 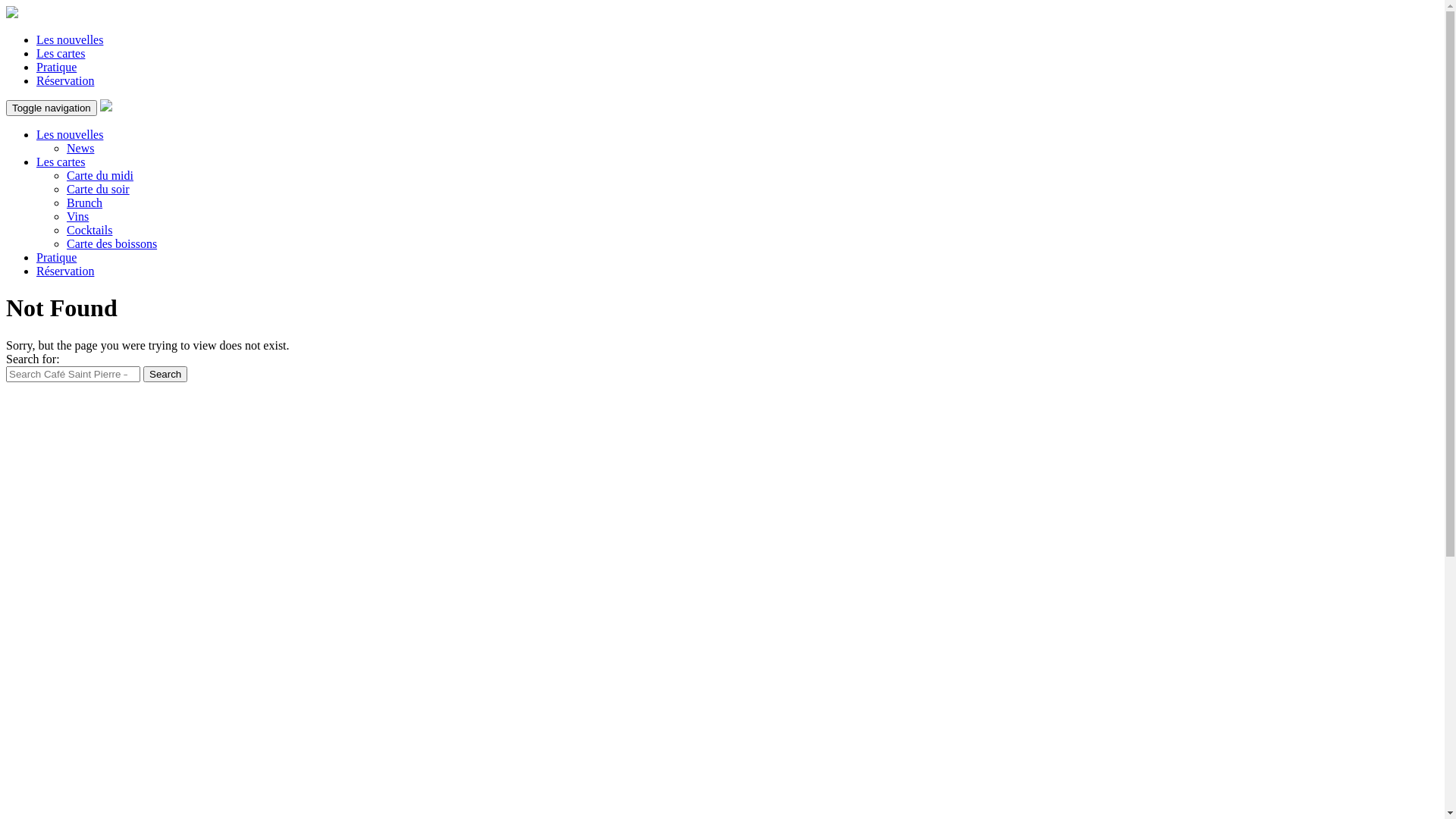 What do you see at coordinates (56, 256) in the screenshot?
I see `'Pratique'` at bounding box center [56, 256].